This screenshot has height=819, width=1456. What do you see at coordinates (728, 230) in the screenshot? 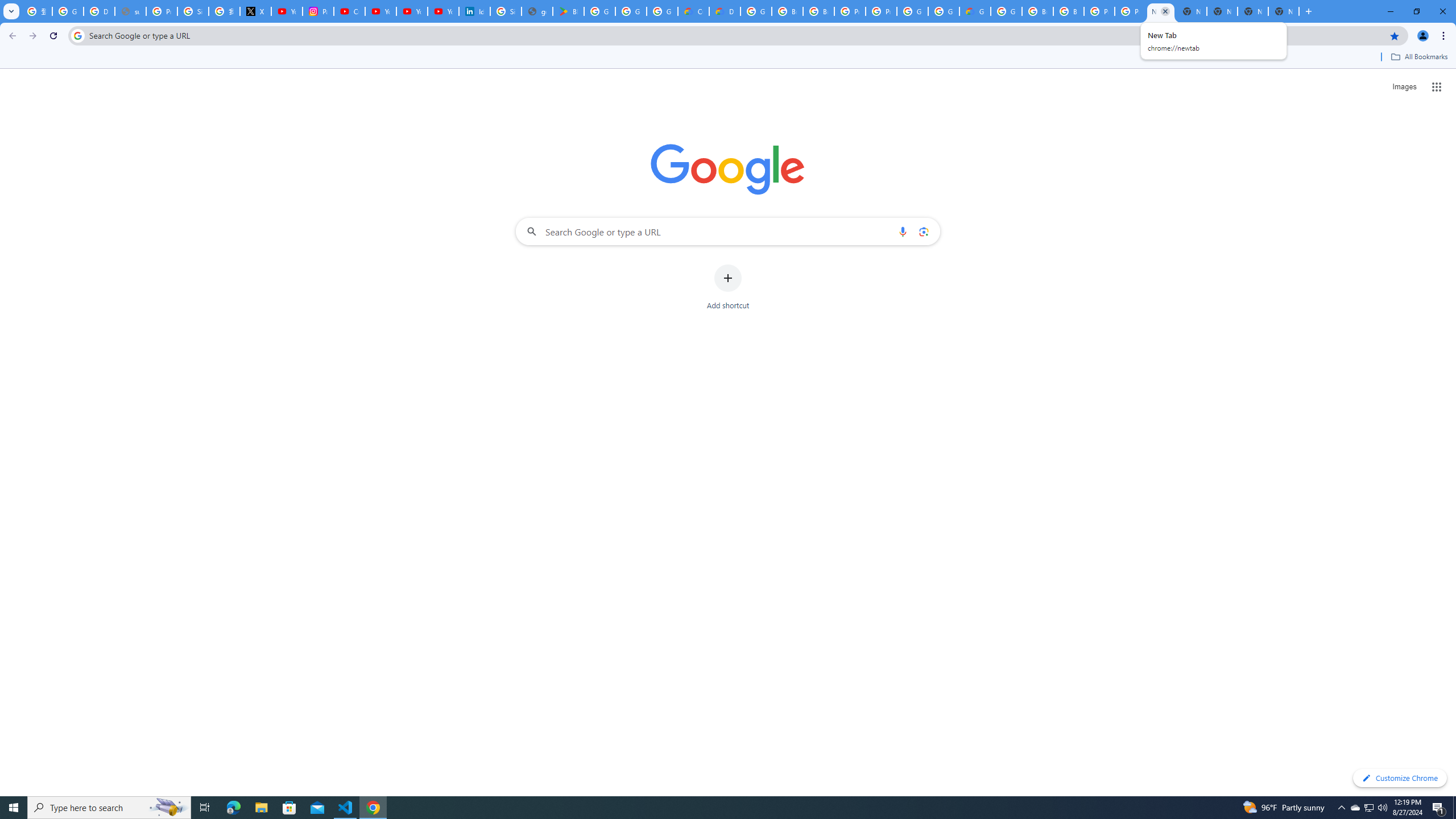
I see `'Search Google or type a URL'` at bounding box center [728, 230].